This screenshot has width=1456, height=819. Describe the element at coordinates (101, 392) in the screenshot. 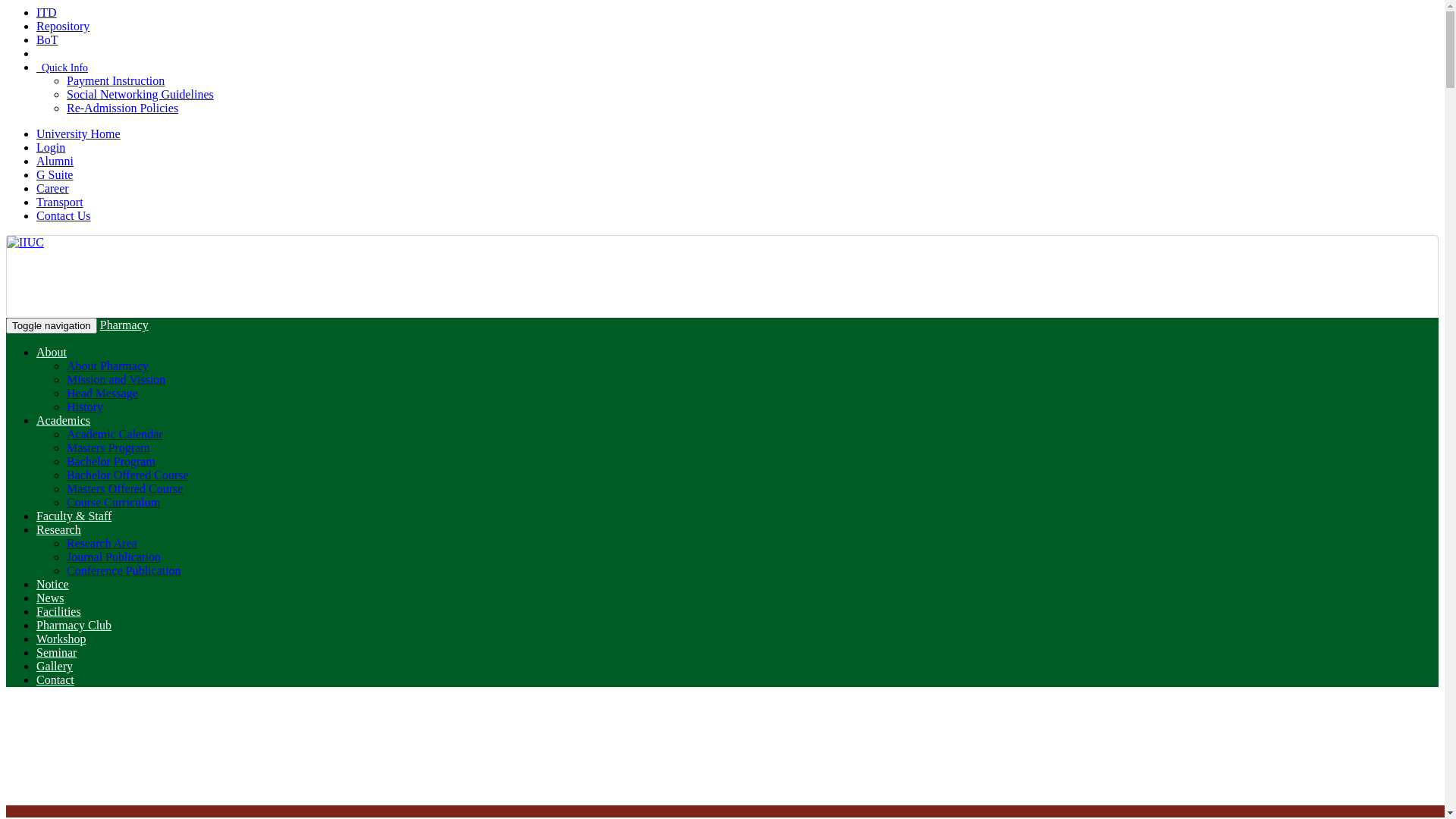

I see `'Head Message'` at that location.